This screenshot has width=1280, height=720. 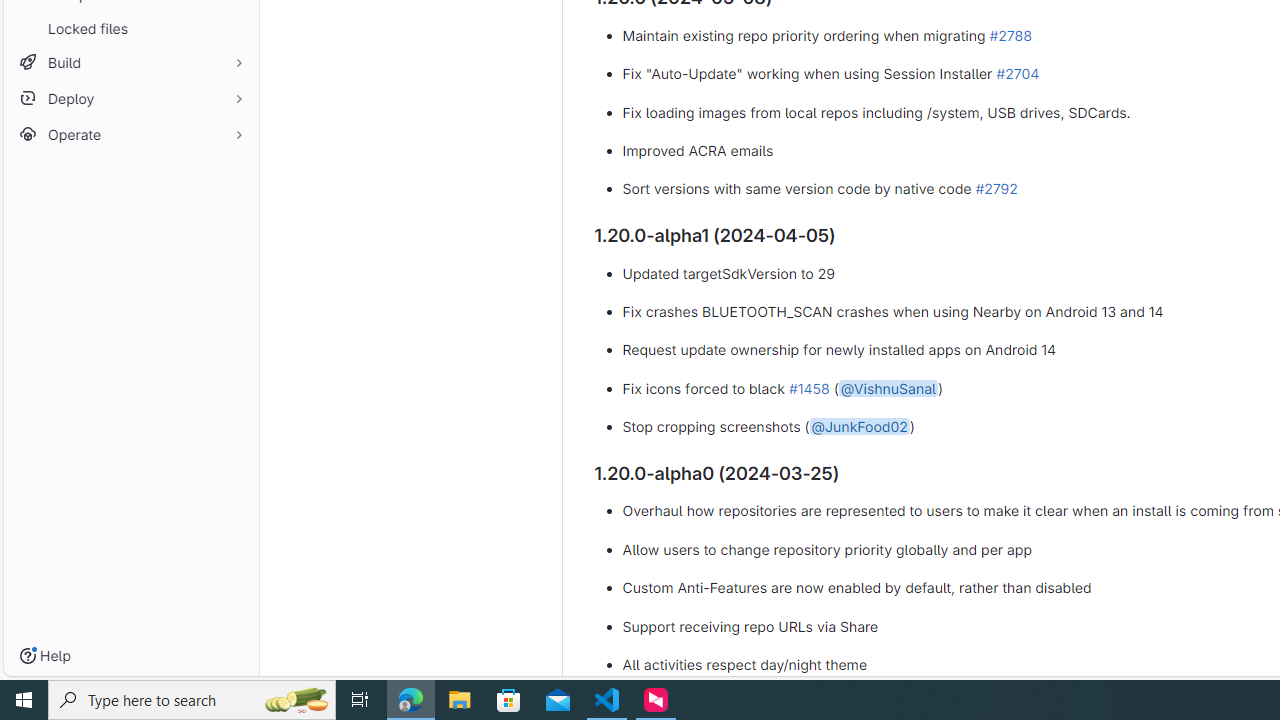 What do you see at coordinates (859, 426) in the screenshot?
I see `'@JunkFood02'` at bounding box center [859, 426].